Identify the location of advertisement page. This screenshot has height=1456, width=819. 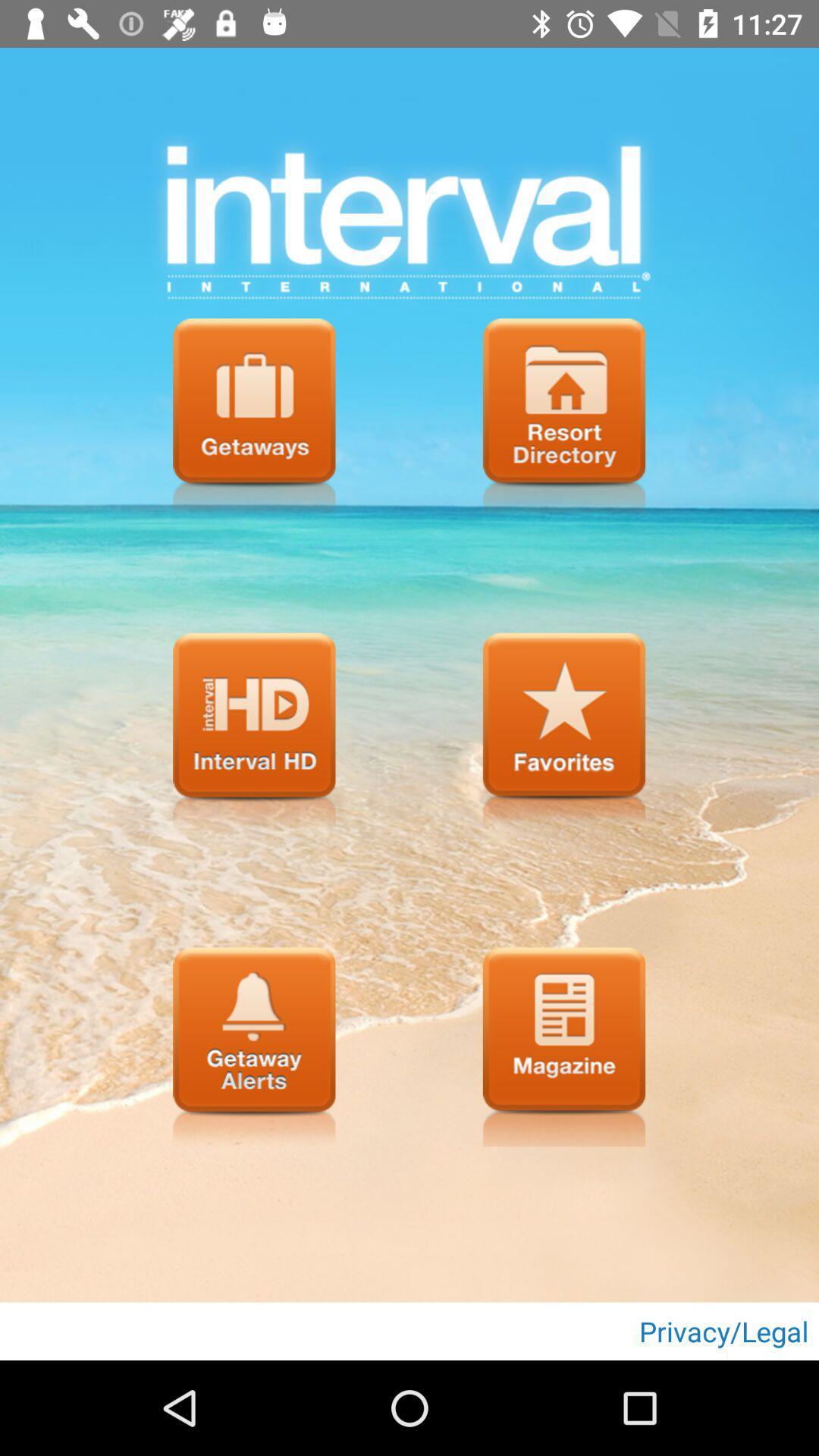
(564, 1046).